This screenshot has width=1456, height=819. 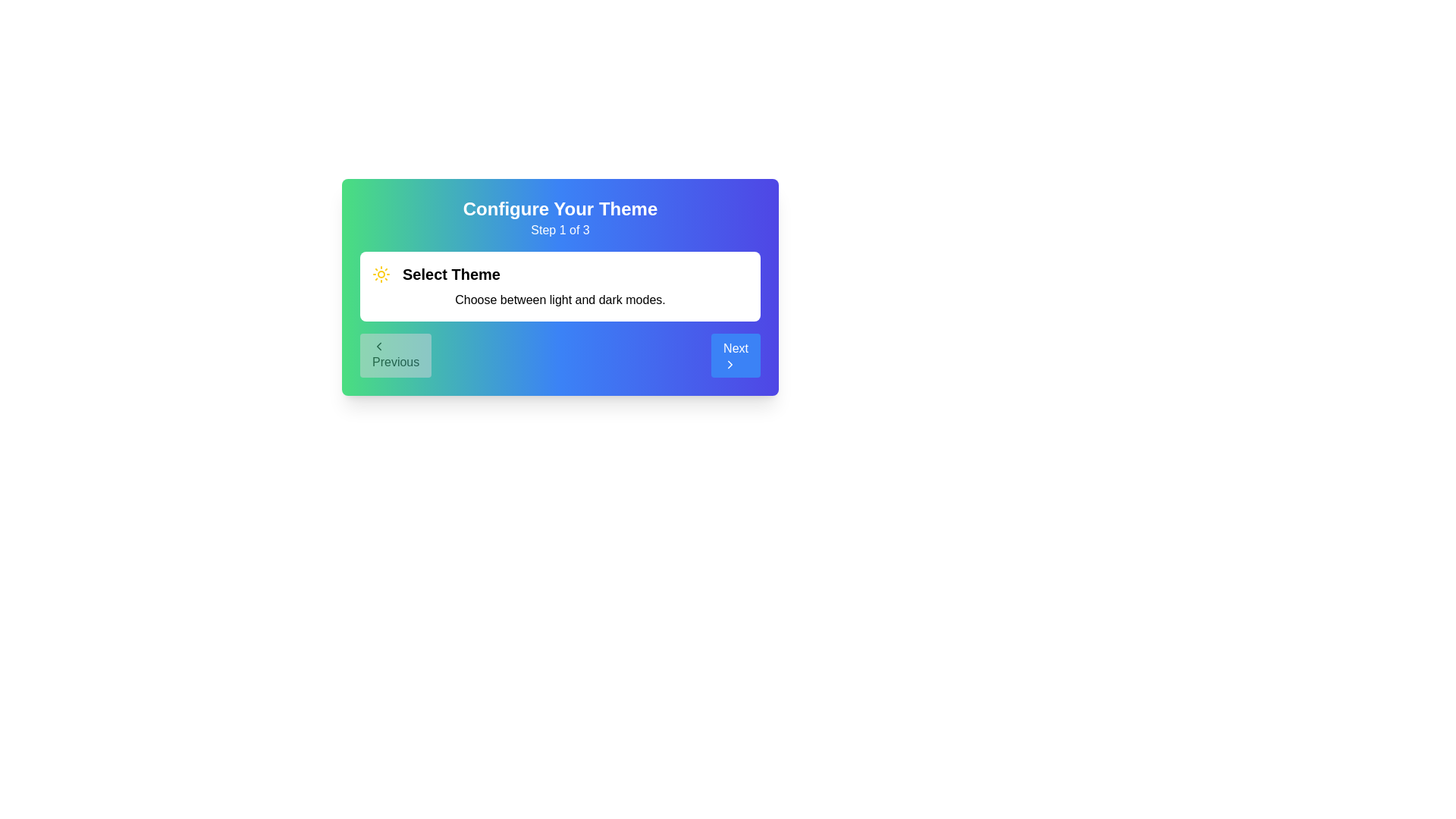 I want to click on the small sun icon with a circular core and radiating lines, rendered in yellow, located to the left of the 'Select Theme' label in the 'Configure Your Theme' dialogue box, so click(x=381, y=275).